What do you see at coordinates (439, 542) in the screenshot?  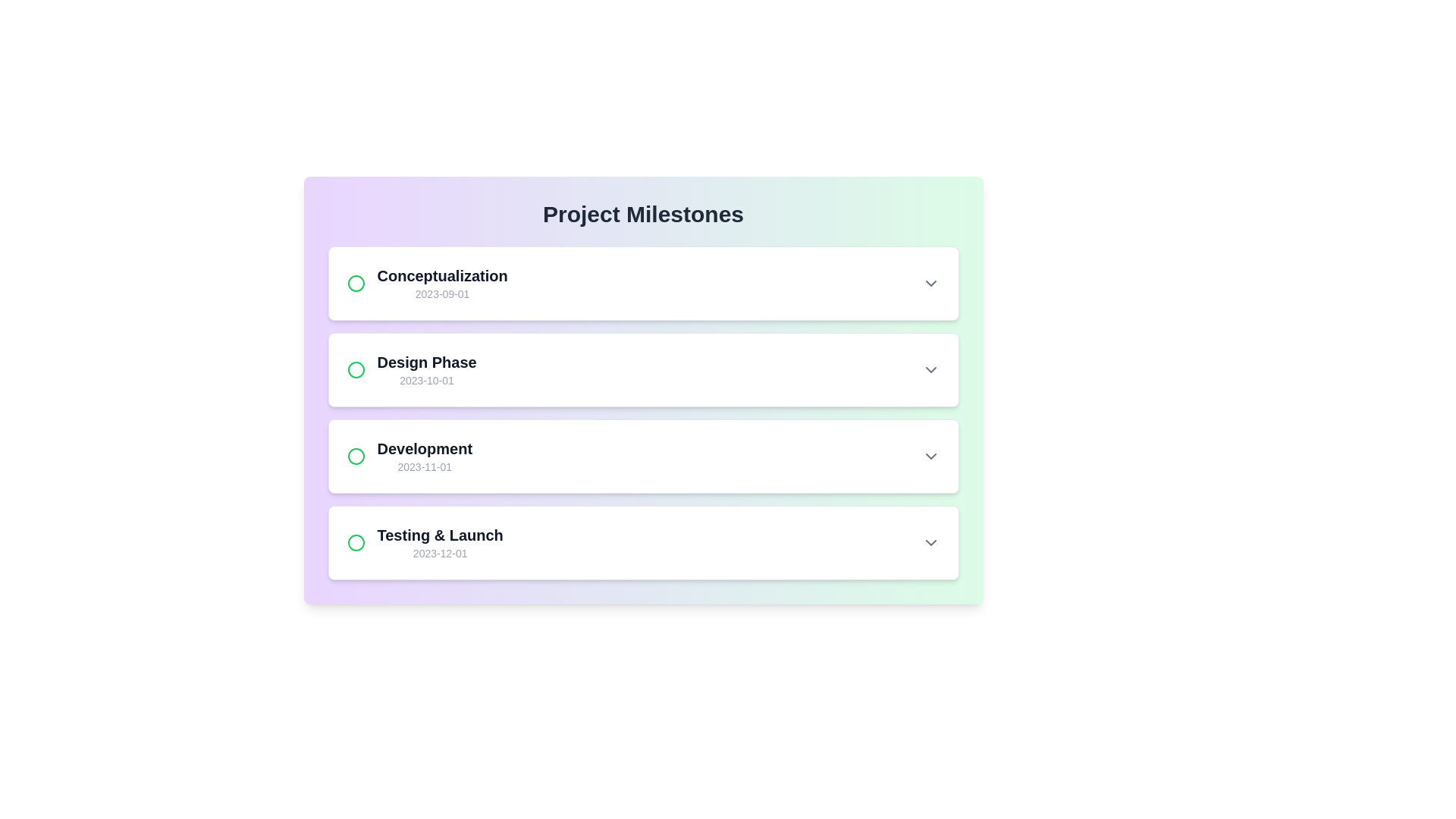 I see `the Text block containing 'Testing & Launch' and '2023-12-01', which is the fourth item in the milestone list located at the bottom, underneath 'Development'` at bounding box center [439, 542].